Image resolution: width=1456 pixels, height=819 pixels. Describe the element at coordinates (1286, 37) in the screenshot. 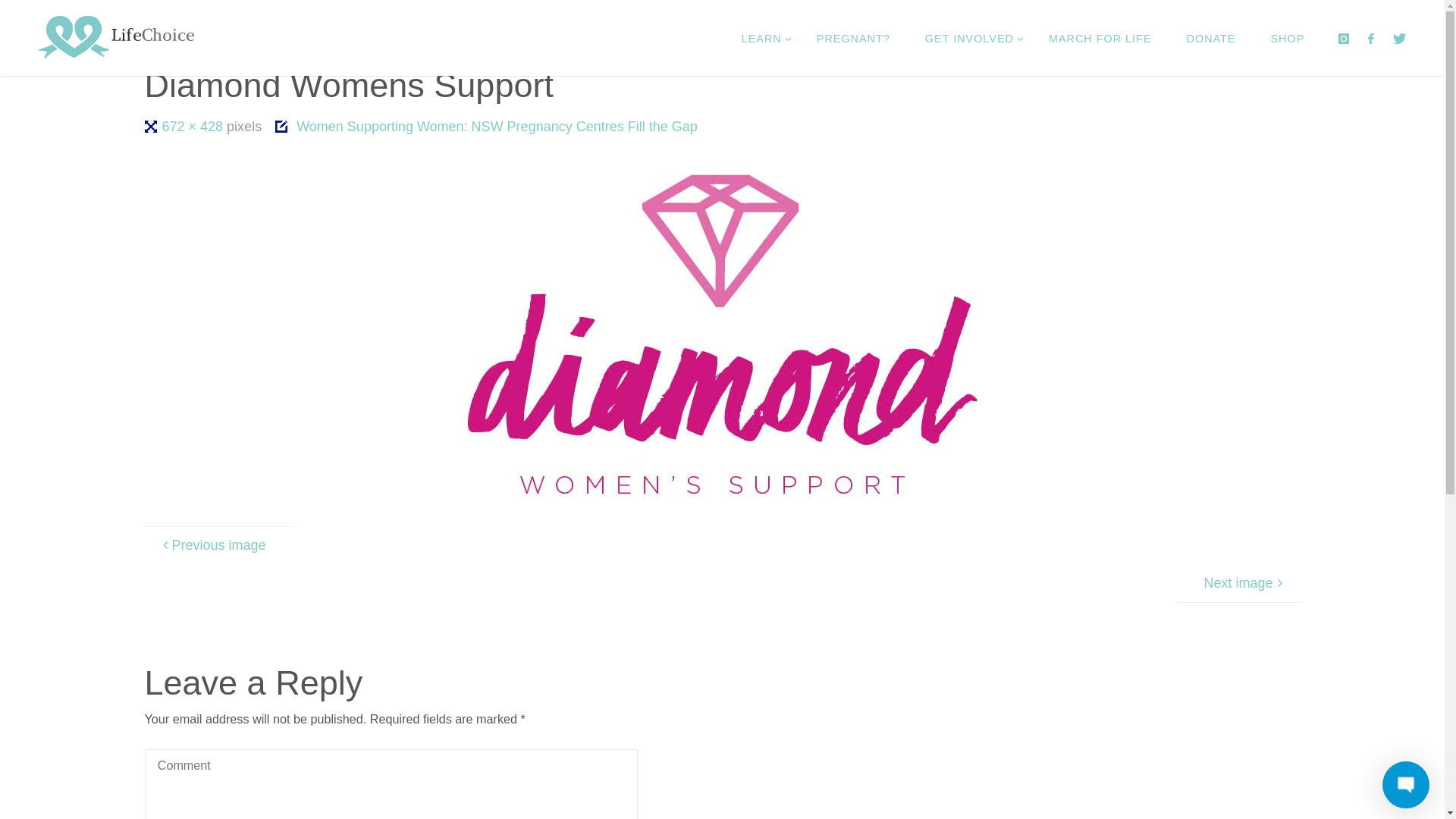

I see `'SHOP'` at that location.